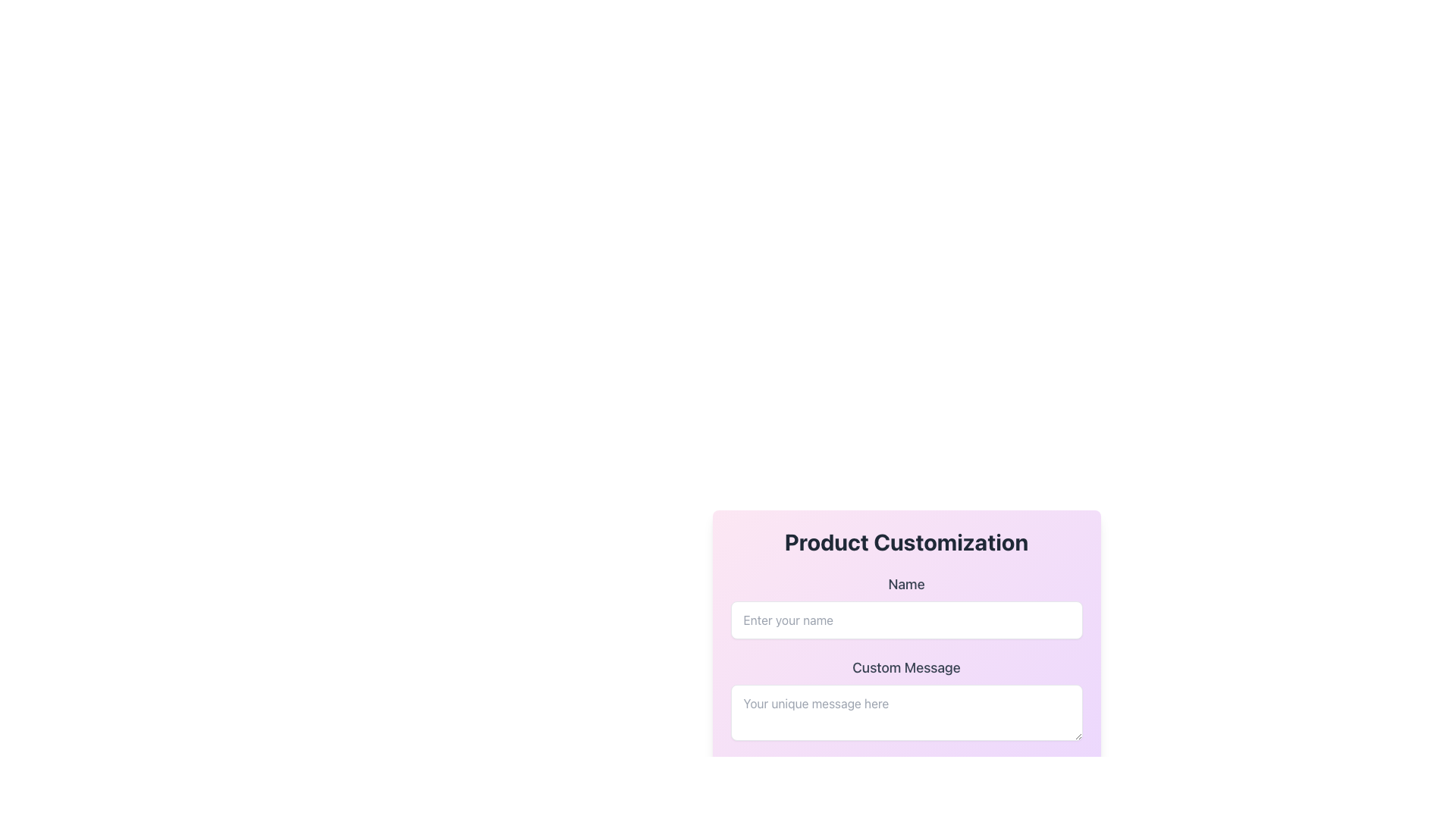  I want to click on the text label that describes the message input field, which is positioned above the textarea with the placeholder 'Your unique message here', so click(906, 667).